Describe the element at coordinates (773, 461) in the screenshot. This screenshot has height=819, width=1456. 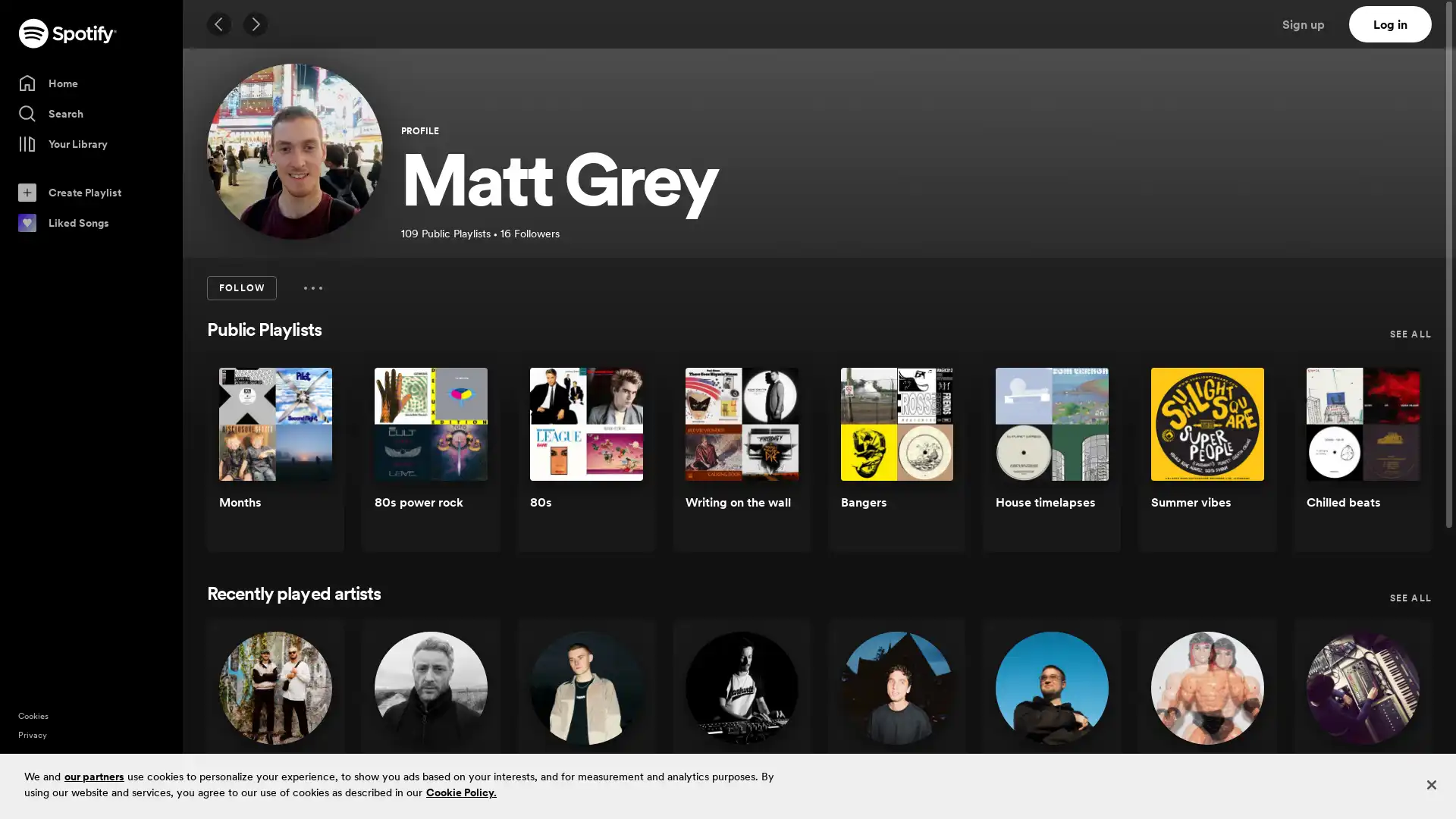
I see `Play Writing on the wall` at that location.